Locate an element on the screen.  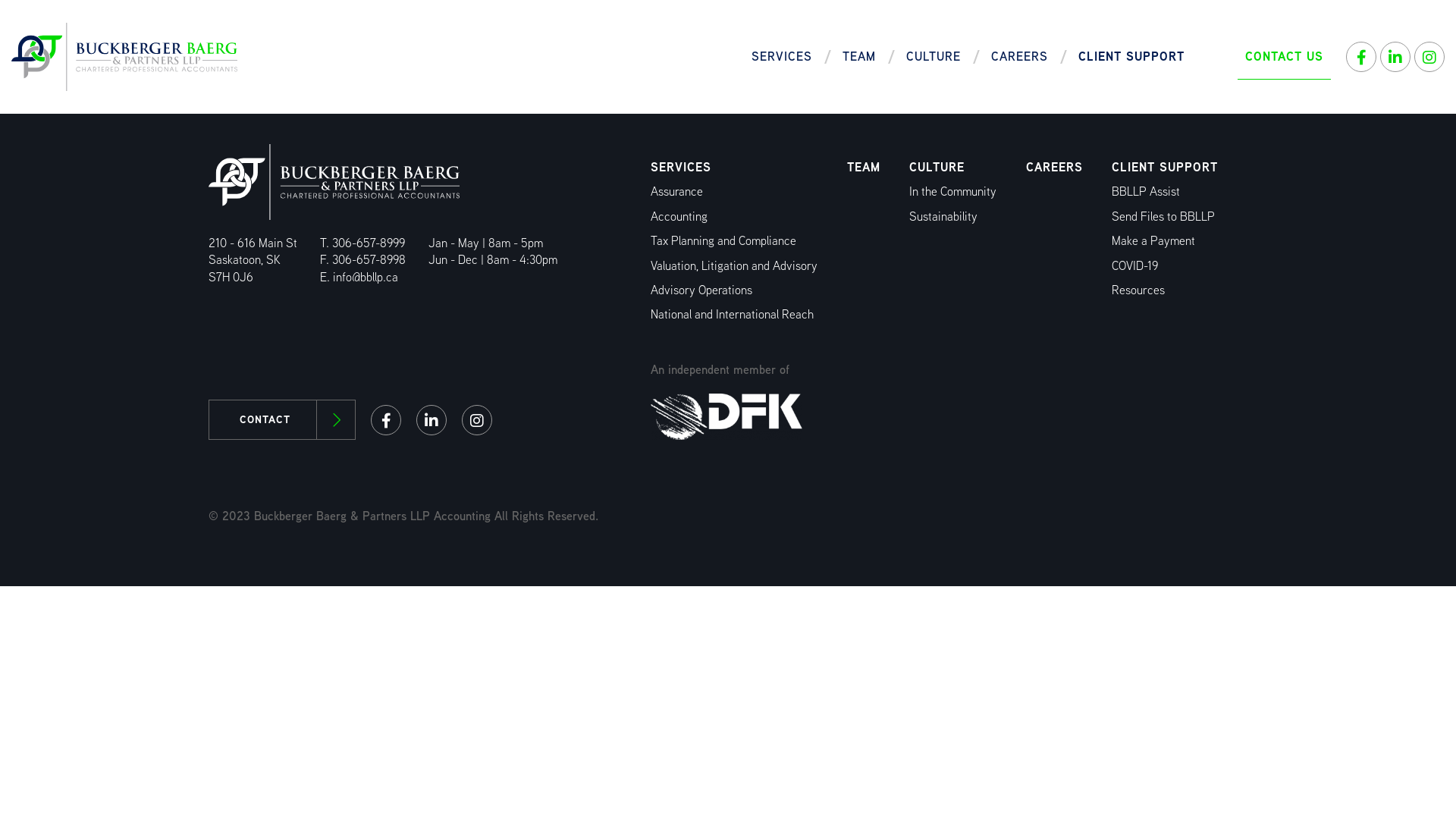
'Advisory Operations' is located at coordinates (701, 290).